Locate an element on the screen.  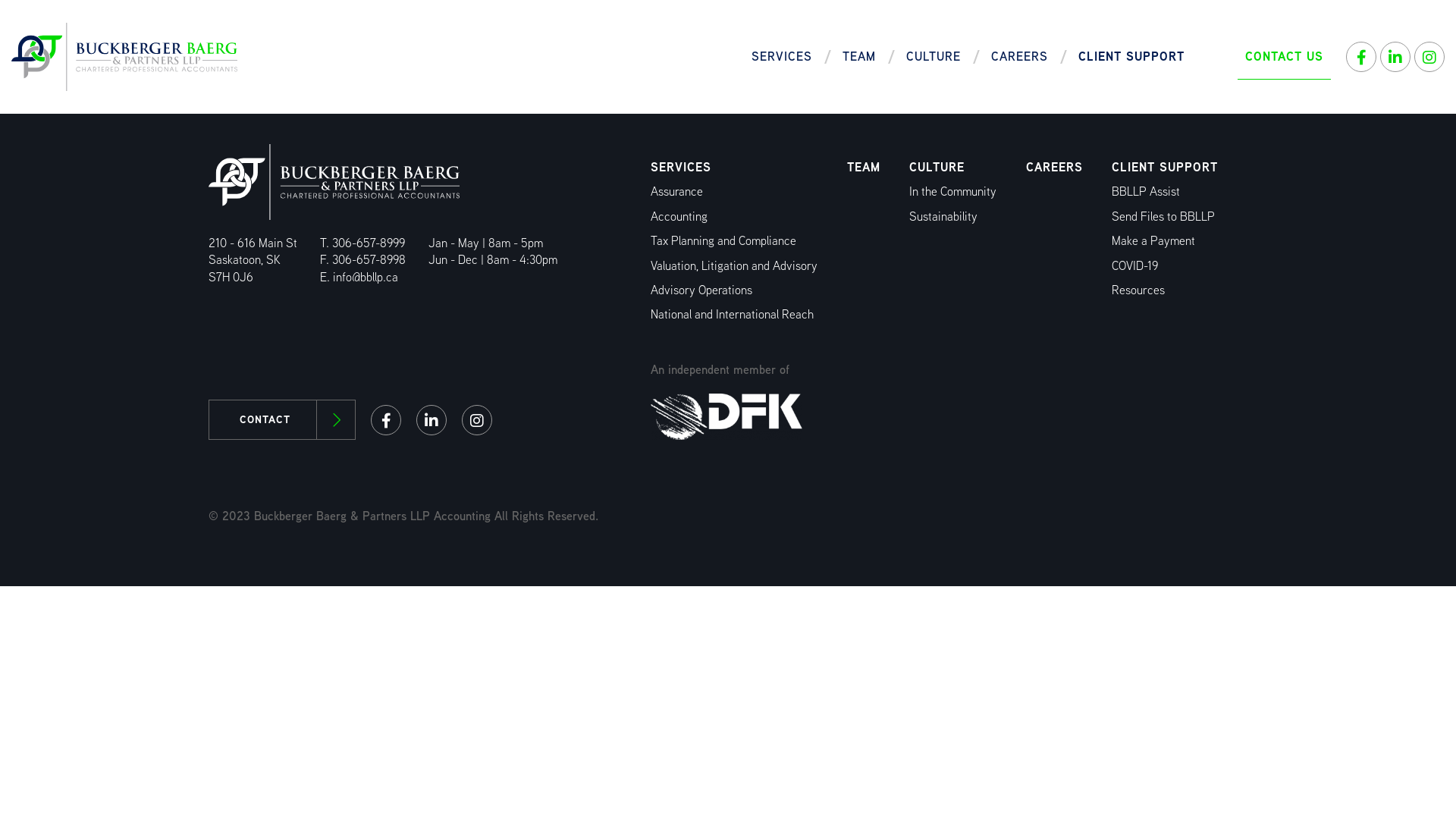
'Advisory Operations' is located at coordinates (701, 290).